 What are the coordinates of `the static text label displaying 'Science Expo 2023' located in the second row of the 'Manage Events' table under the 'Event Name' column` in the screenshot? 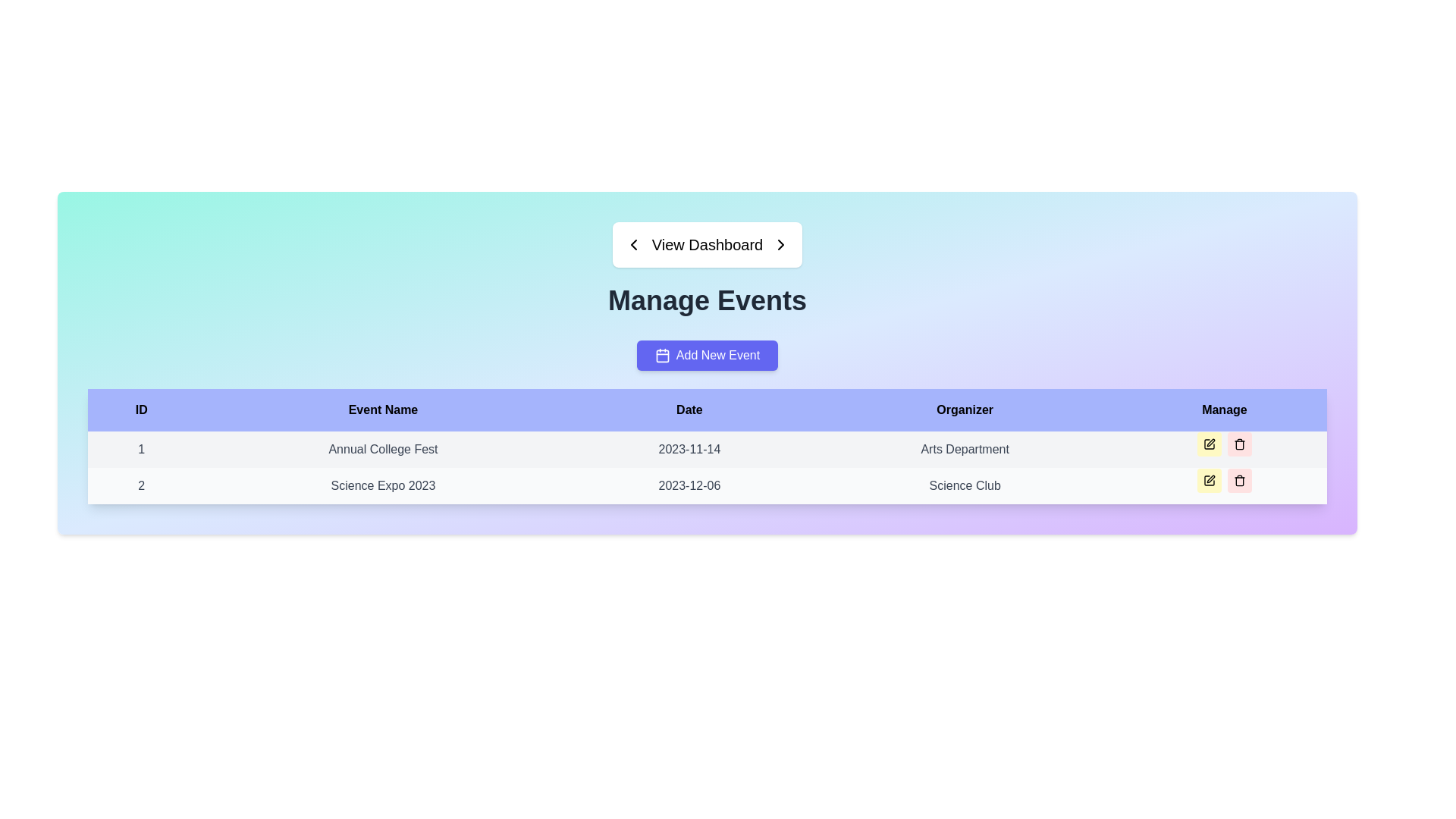 It's located at (383, 485).